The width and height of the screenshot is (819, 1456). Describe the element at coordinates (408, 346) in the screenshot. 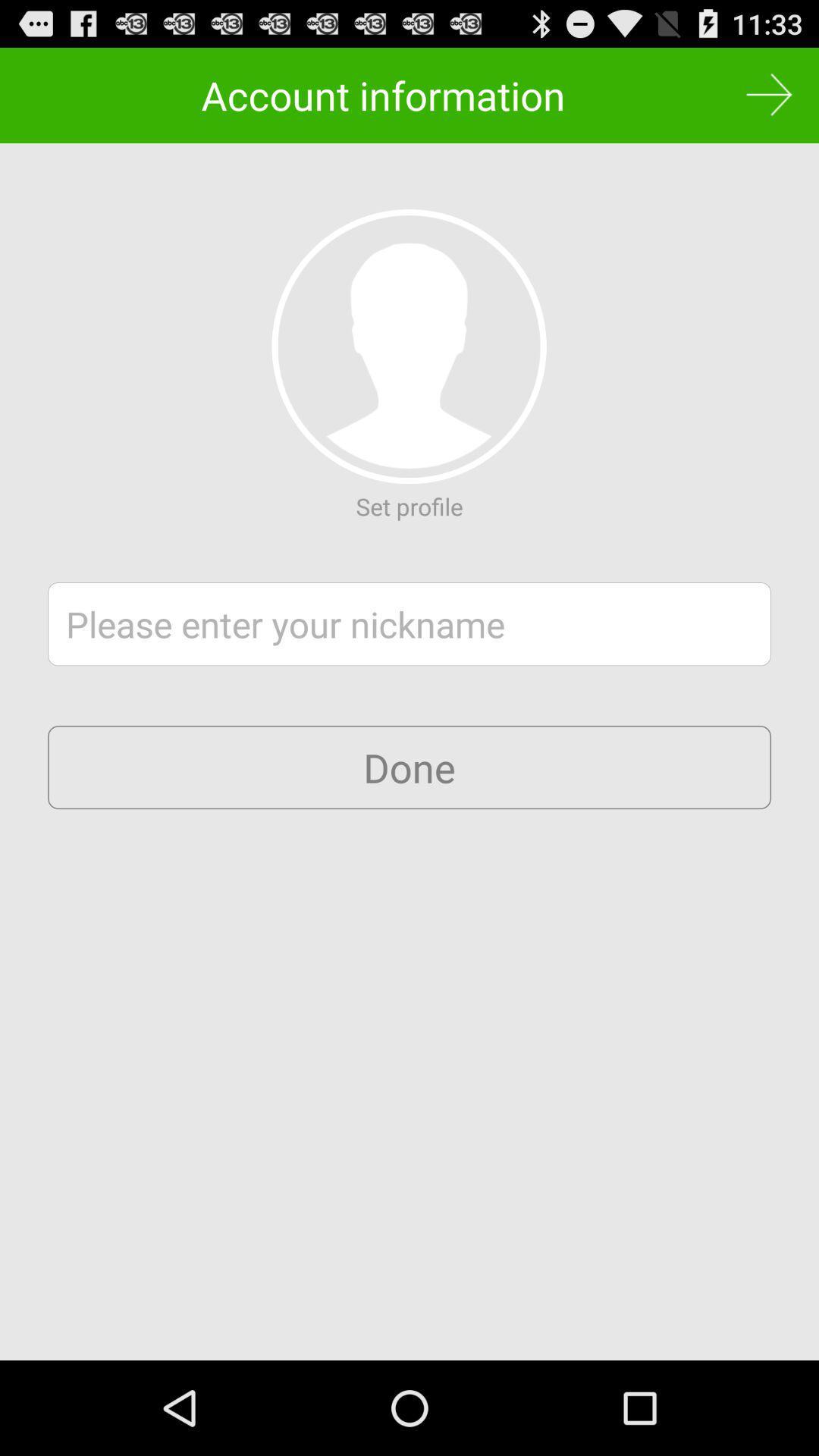

I see `tap to select your profile picture for your account` at that location.